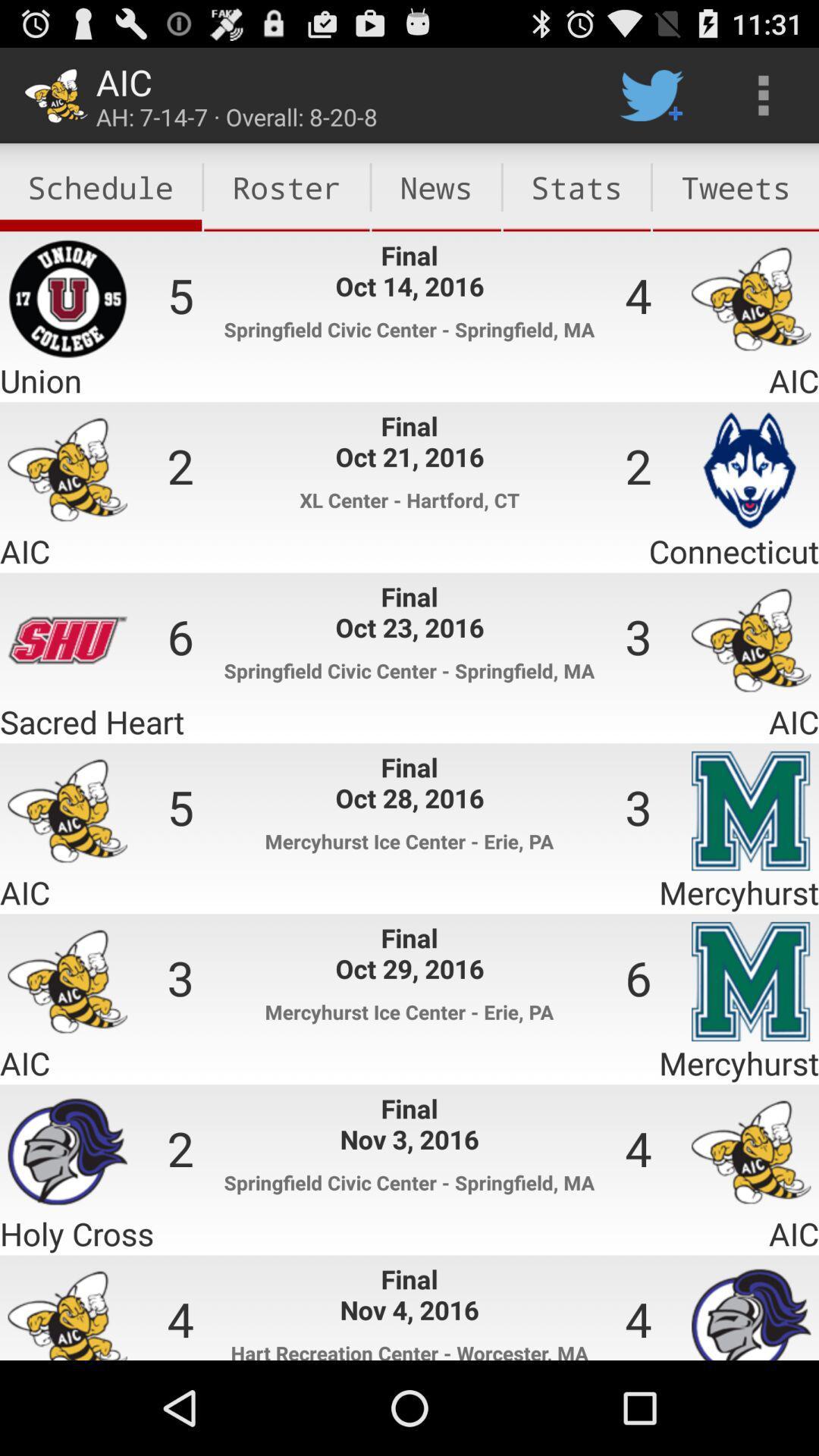 The image size is (819, 1456). Describe the element at coordinates (287, 187) in the screenshot. I see `the roster icon` at that location.